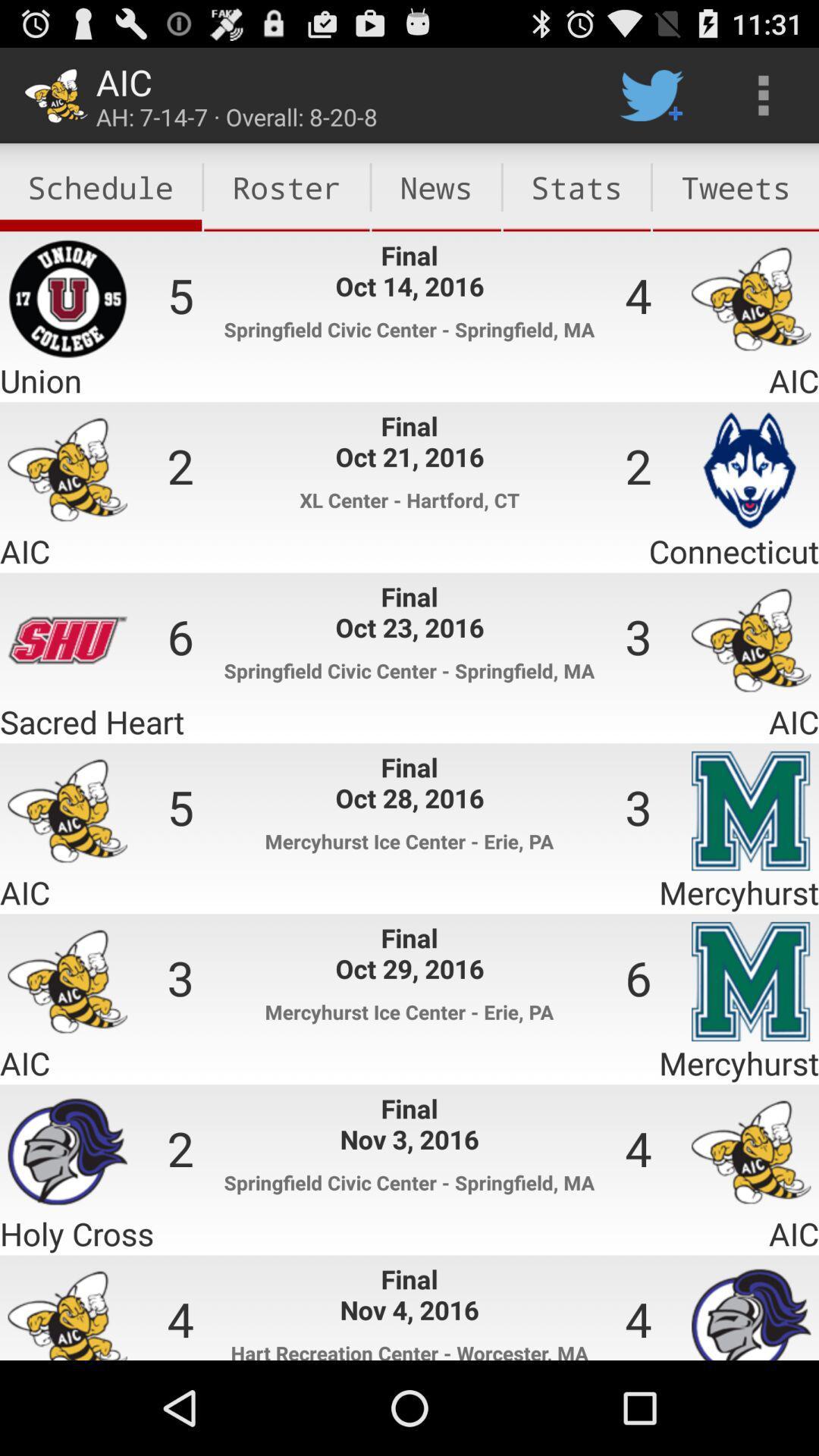 The image size is (819, 1456). Describe the element at coordinates (287, 187) in the screenshot. I see `the roster icon` at that location.